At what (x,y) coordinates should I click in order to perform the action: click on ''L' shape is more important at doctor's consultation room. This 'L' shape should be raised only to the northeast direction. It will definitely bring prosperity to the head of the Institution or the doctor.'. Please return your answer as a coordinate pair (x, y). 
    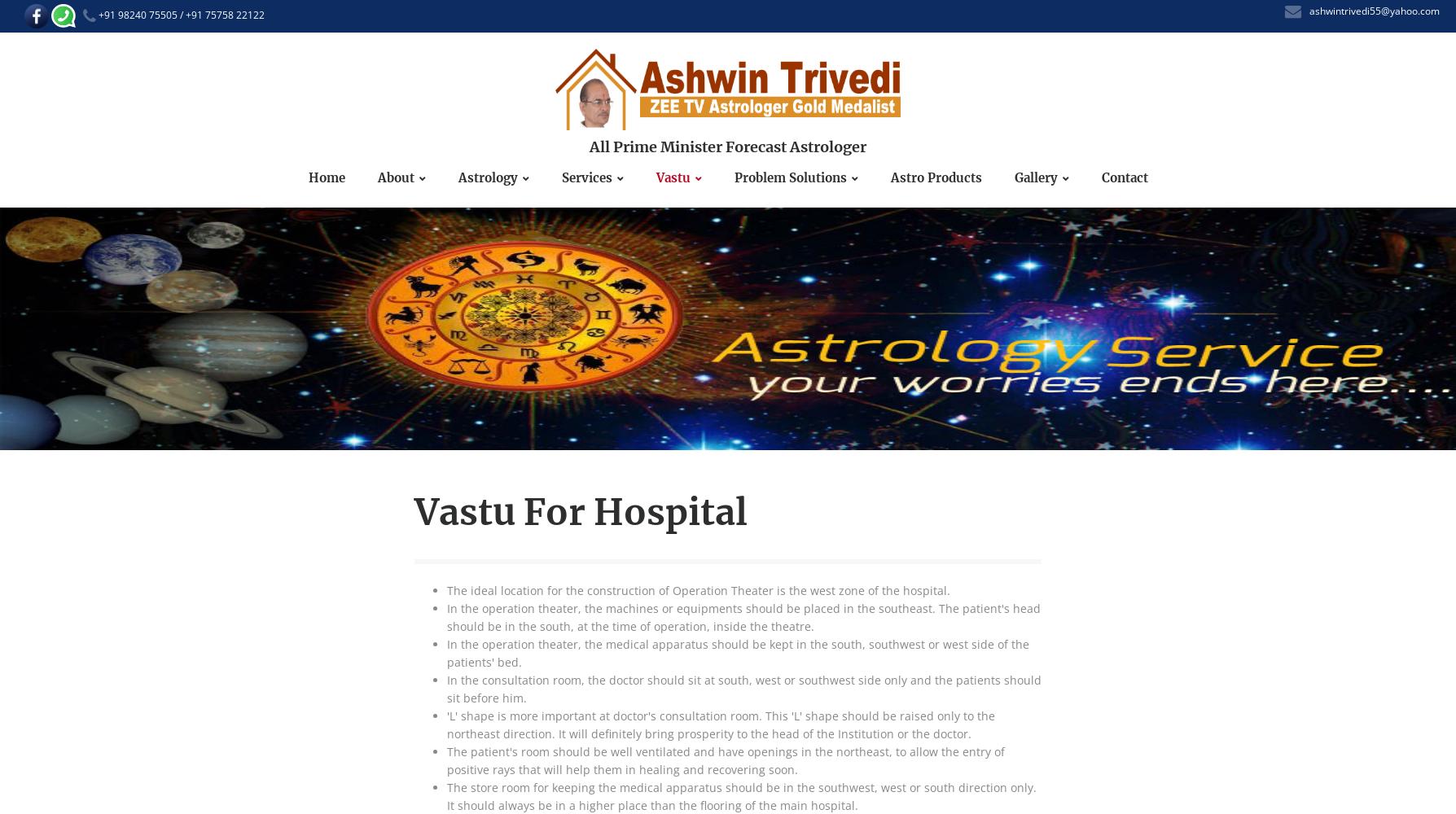
    Looking at the image, I should click on (720, 724).